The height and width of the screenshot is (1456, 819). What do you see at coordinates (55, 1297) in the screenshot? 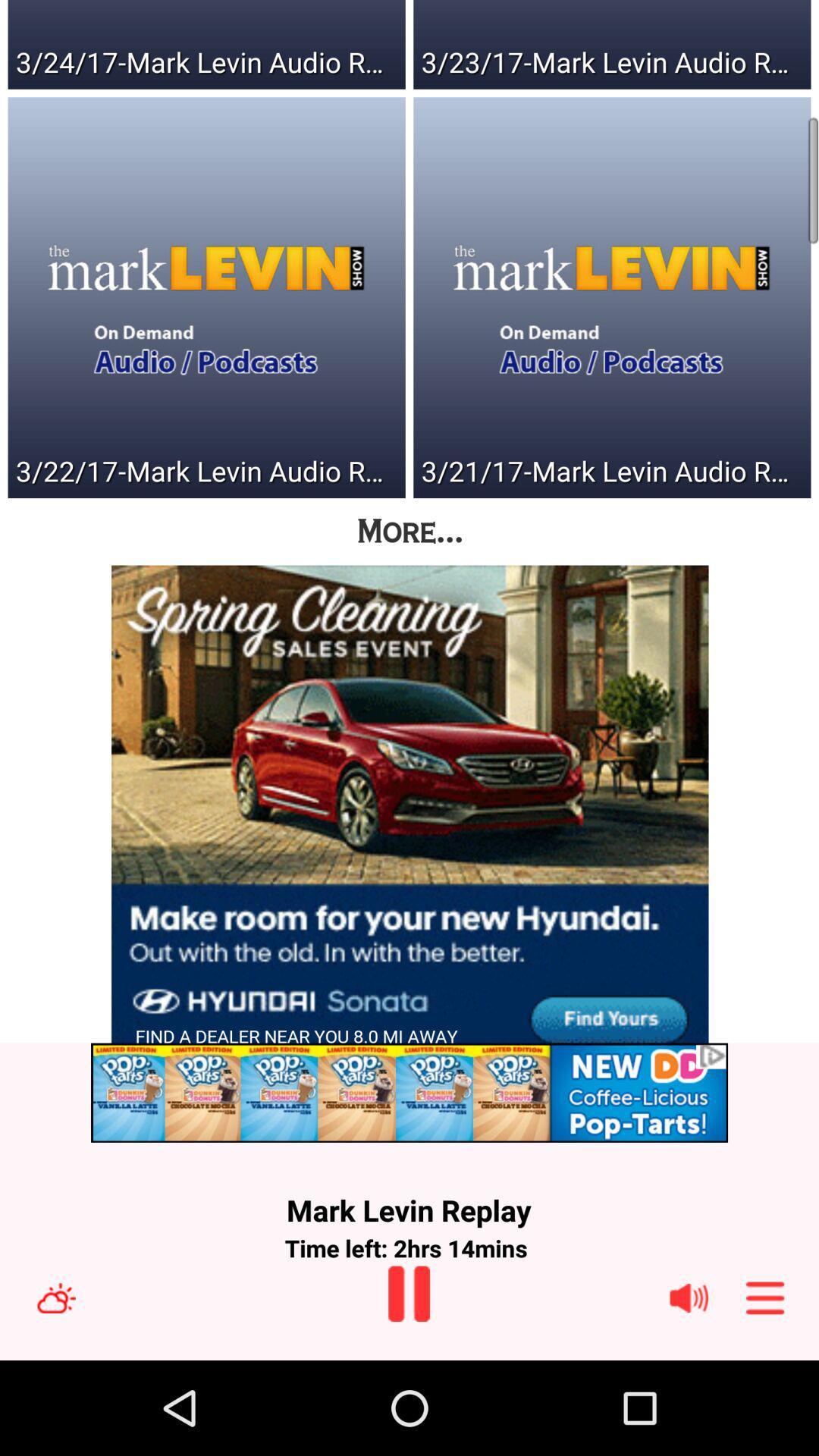
I see `open weather channel` at bounding box center [55, 1297].